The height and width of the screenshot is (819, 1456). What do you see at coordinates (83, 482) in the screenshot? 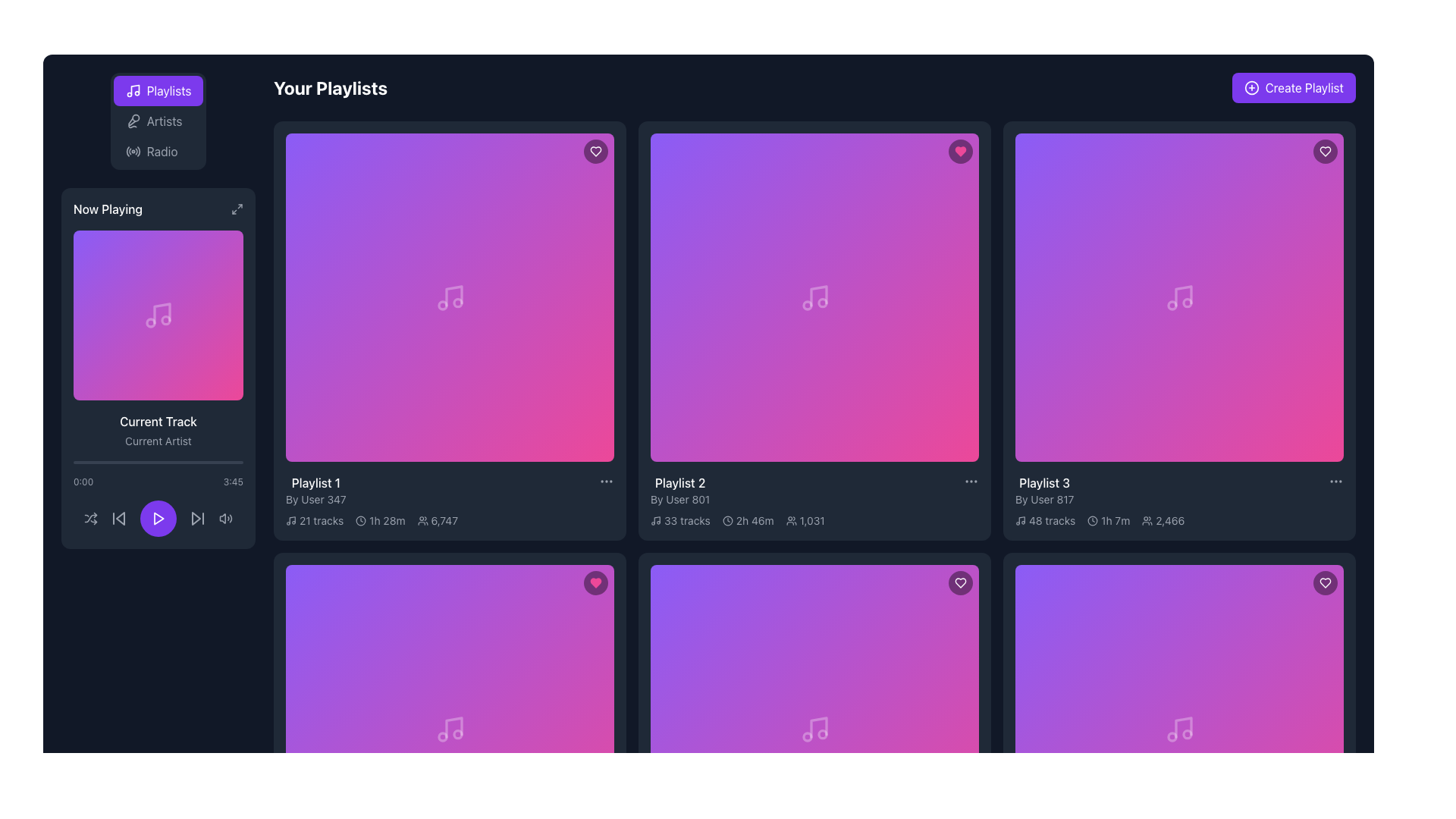
I see `the Text Label indicating the current playback position of the track in the 'Now Playing' section, located beneath the artwork and track information` at bounding box center [83, 482].